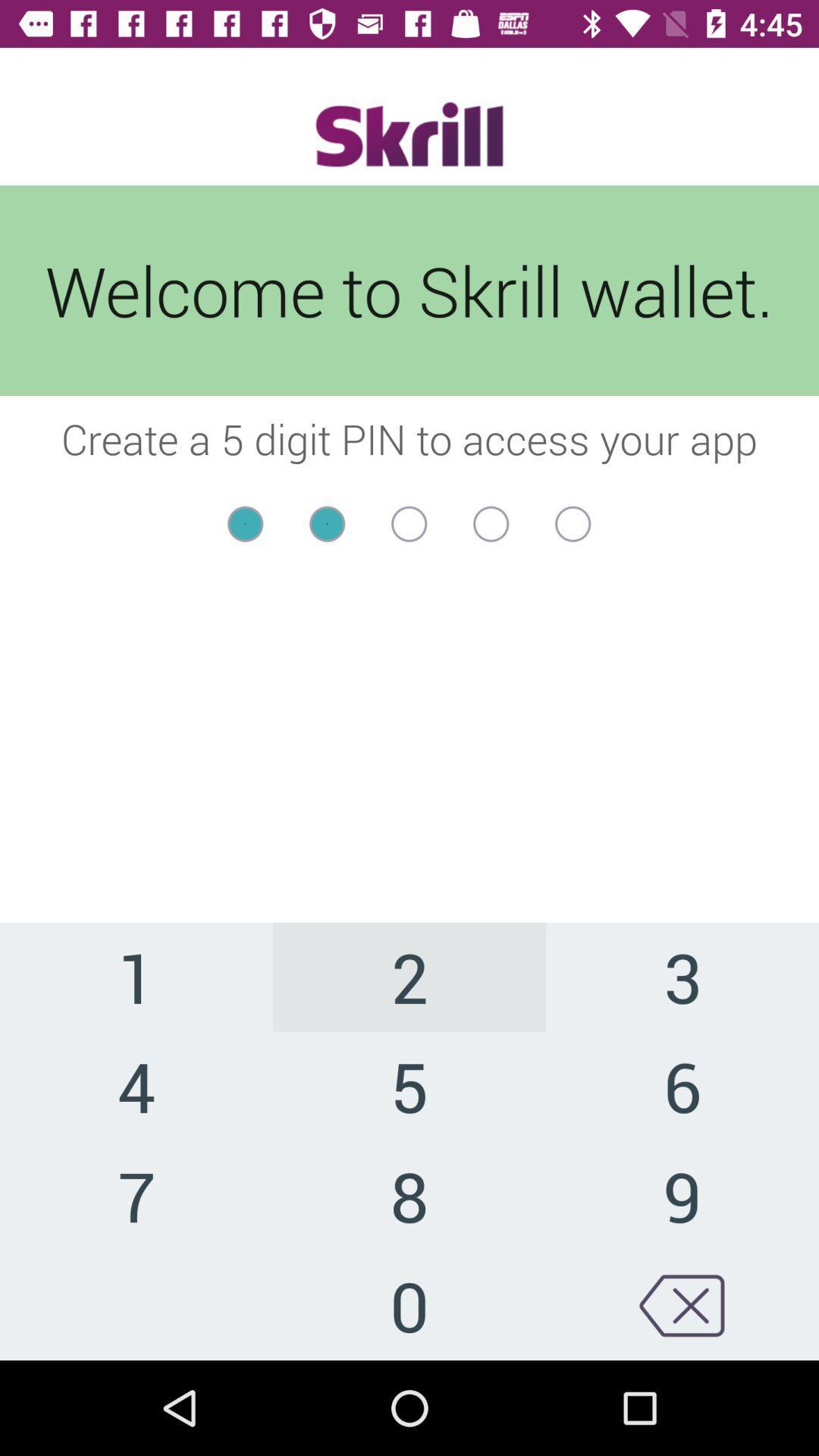 The image size is (819, 1456). I want to click on item next to the 6 icon, so click(409, 1194).